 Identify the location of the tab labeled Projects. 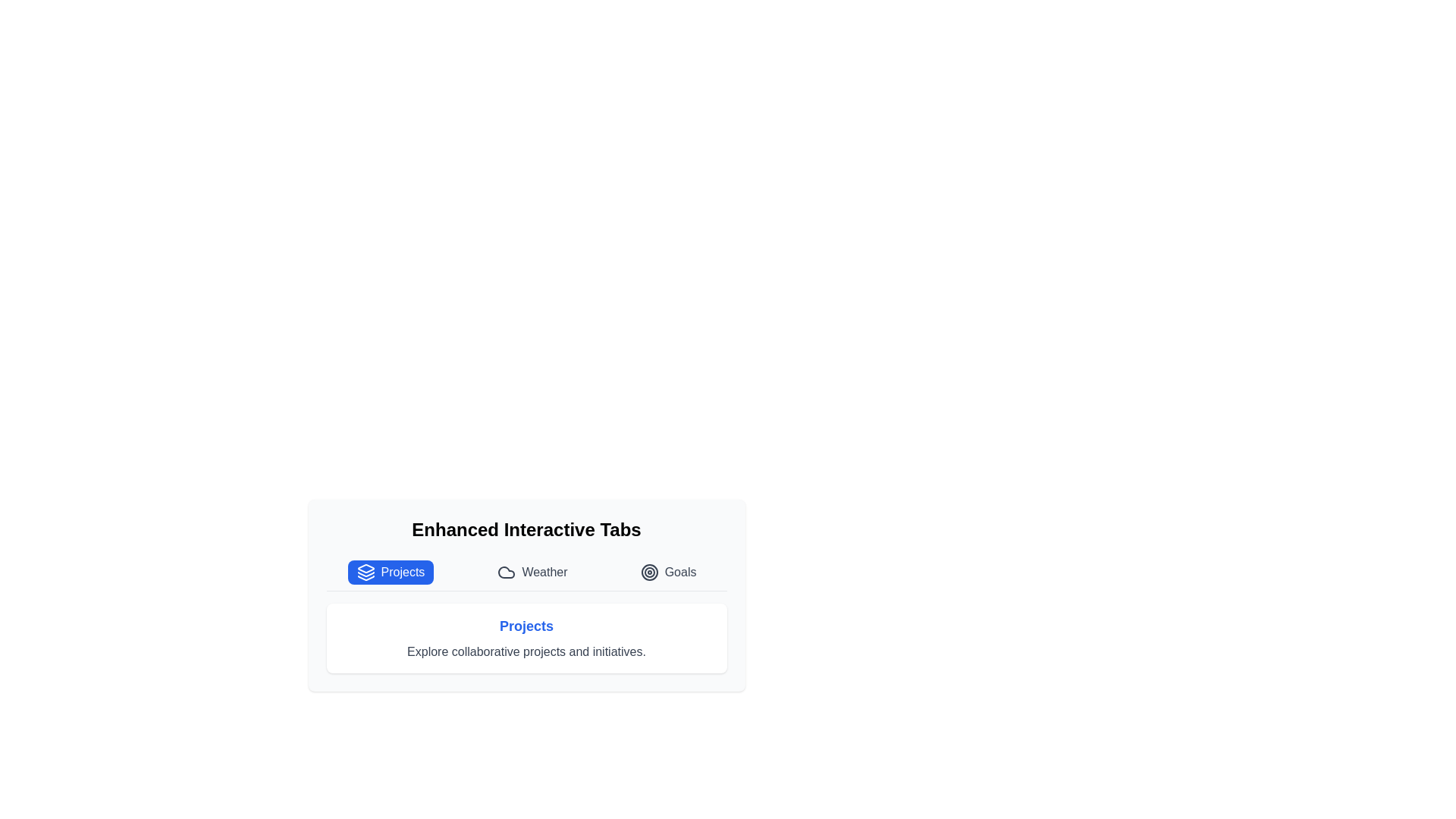
(391, 573).